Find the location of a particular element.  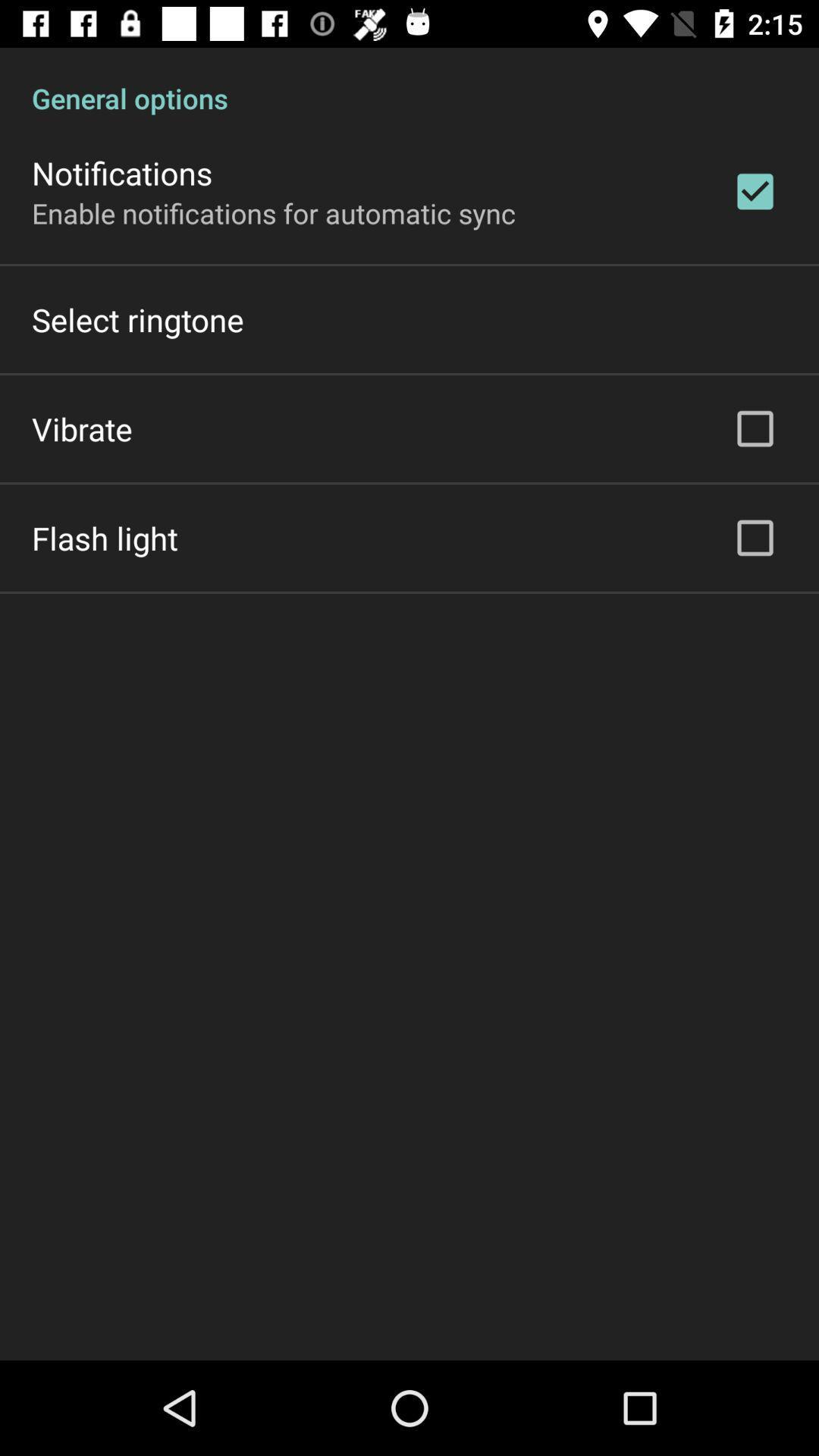

the icon above notifications is located at coordinates (409, 81).